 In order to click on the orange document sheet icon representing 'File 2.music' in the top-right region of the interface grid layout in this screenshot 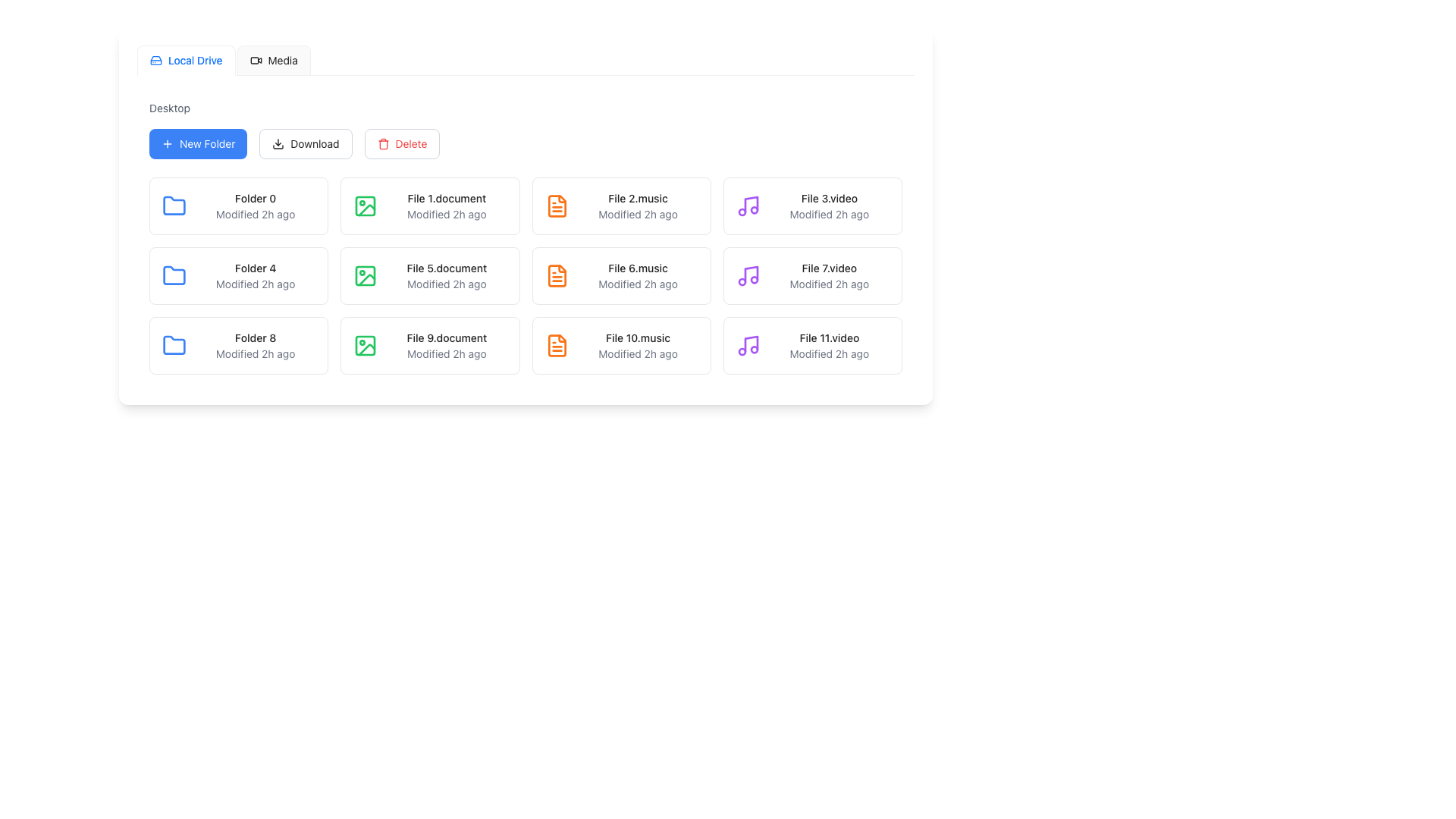, I will do `click(556, 206)`.